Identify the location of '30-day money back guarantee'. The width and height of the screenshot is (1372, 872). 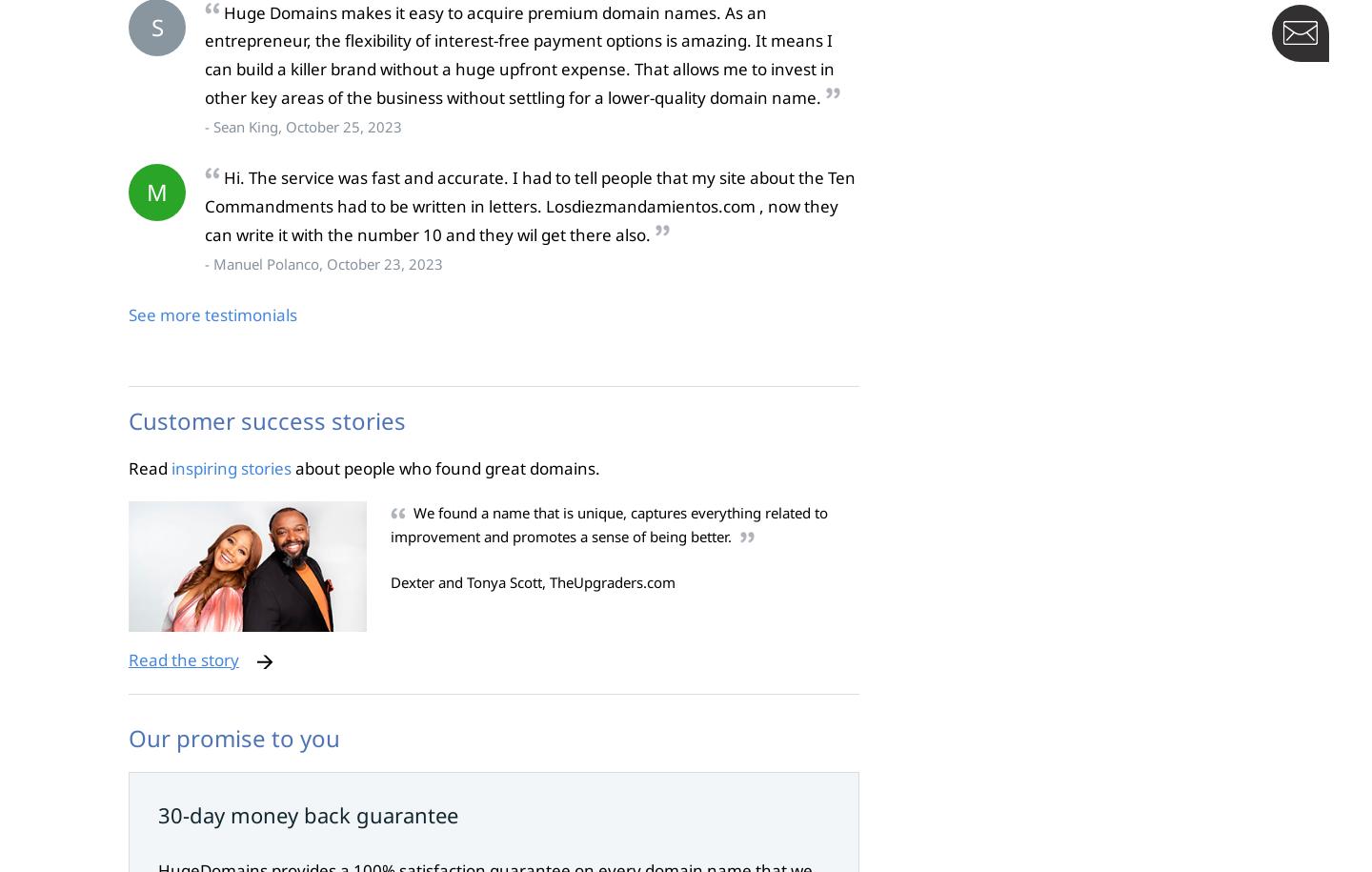
(308, 813).